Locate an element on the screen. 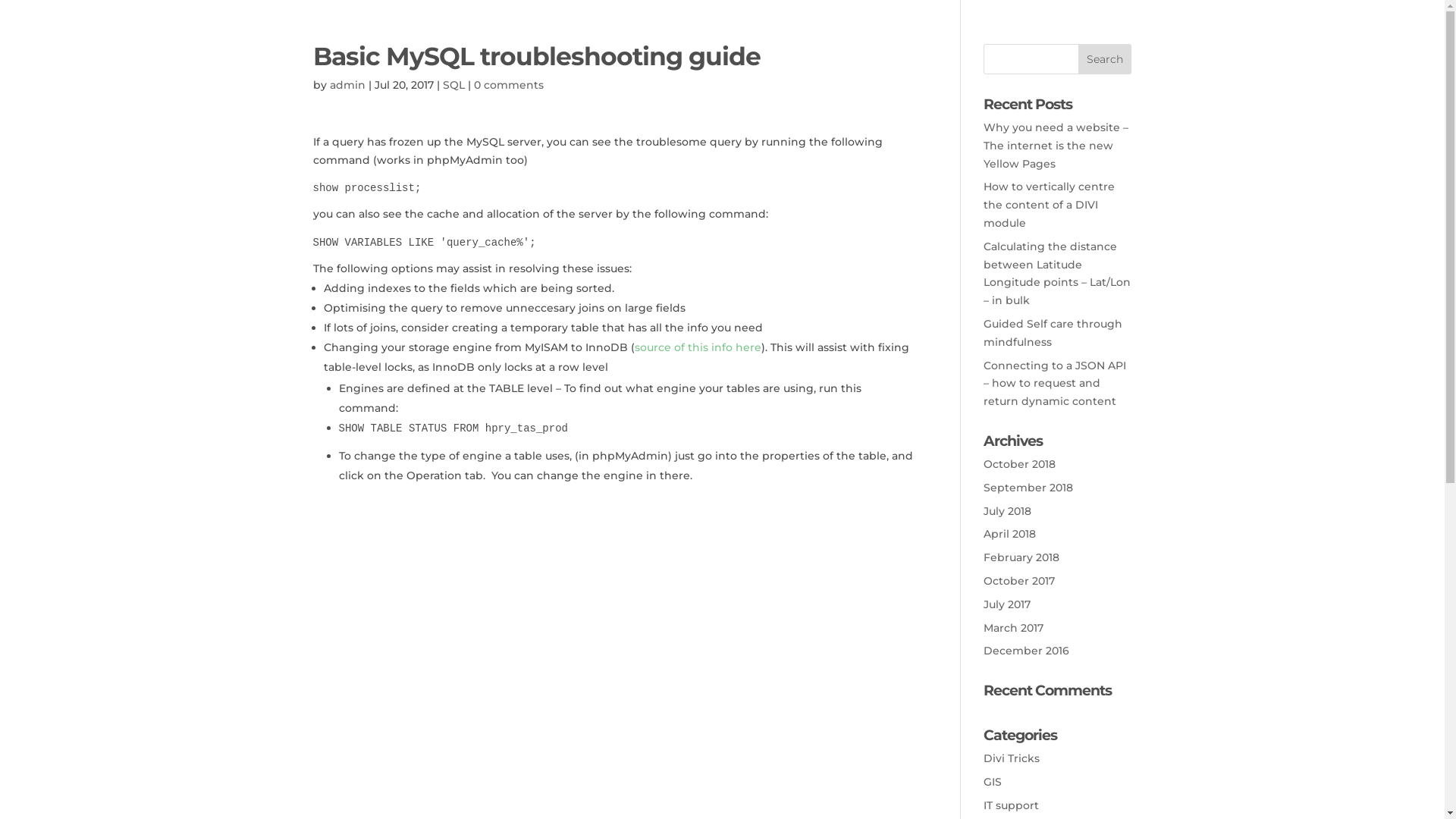  'July 2017' is located at coordinates (1007, 604).